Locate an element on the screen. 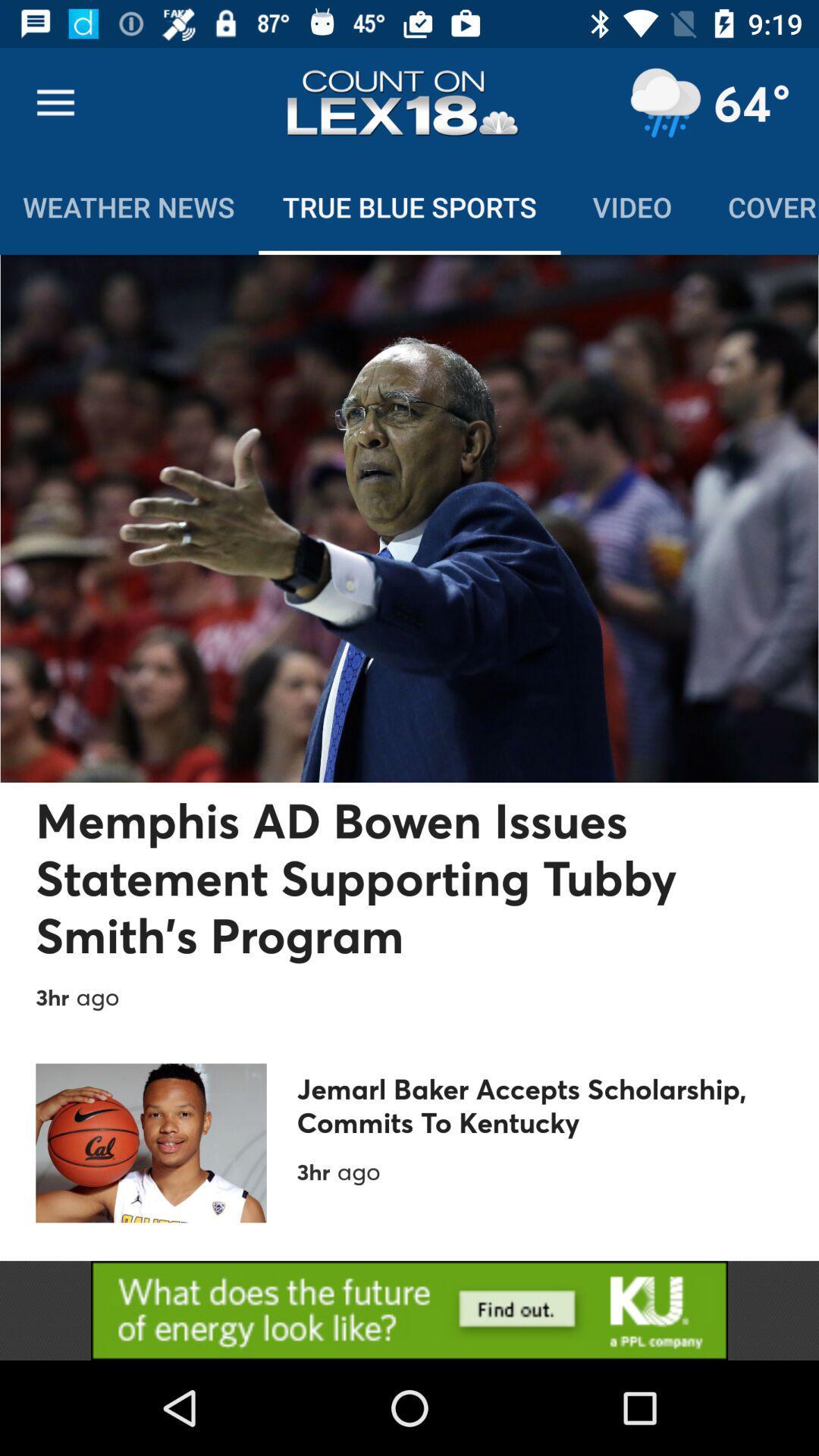 Image resolution: width=819 pixels, height=1456 pixels. advertisement display is located at coordinates (409, 1310).